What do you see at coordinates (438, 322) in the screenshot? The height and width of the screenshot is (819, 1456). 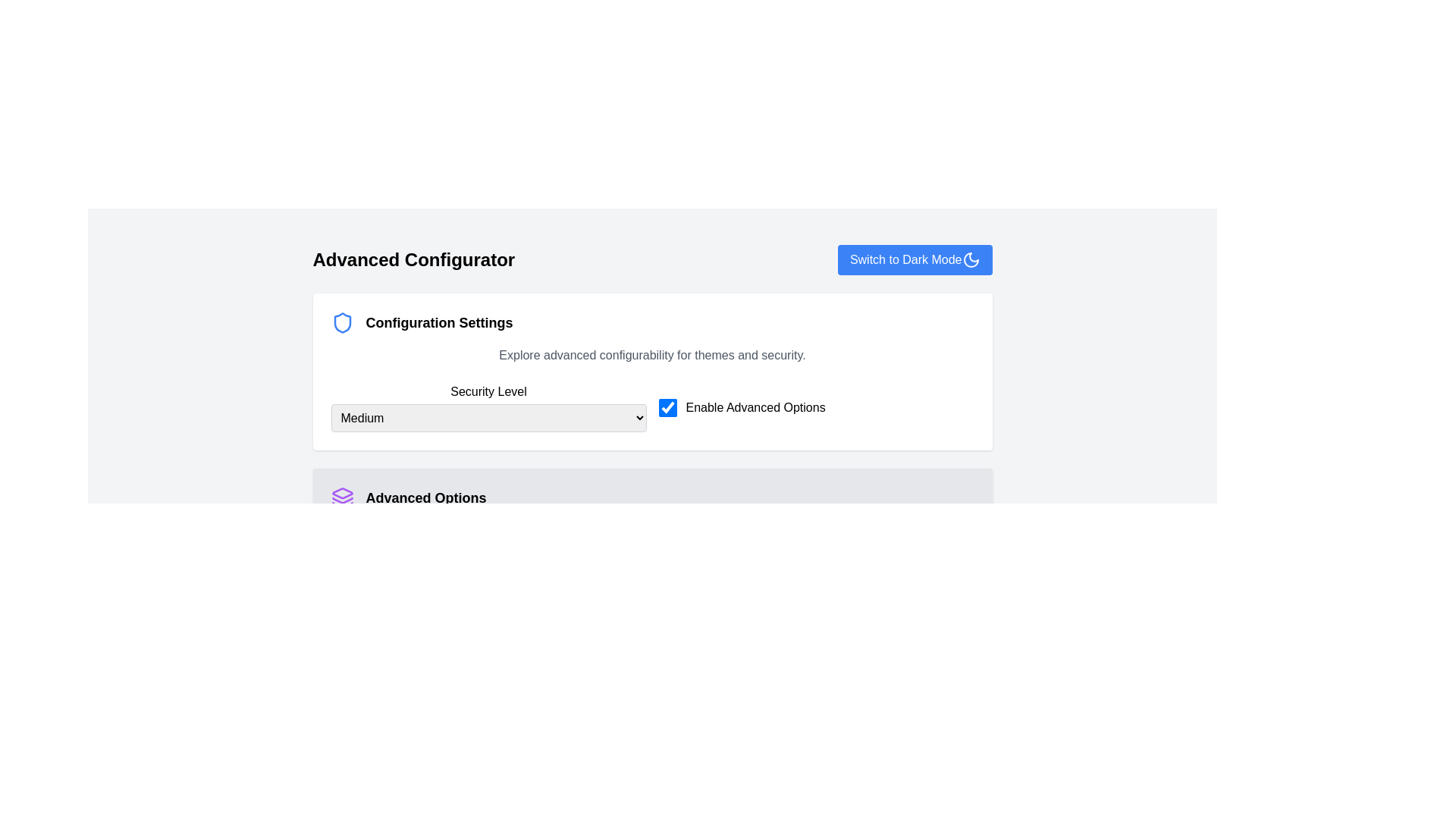 I see `text content of the header label located in the center-left portion of the configuration section, adjacent to the shield icon` at bounding box center [438, 322].